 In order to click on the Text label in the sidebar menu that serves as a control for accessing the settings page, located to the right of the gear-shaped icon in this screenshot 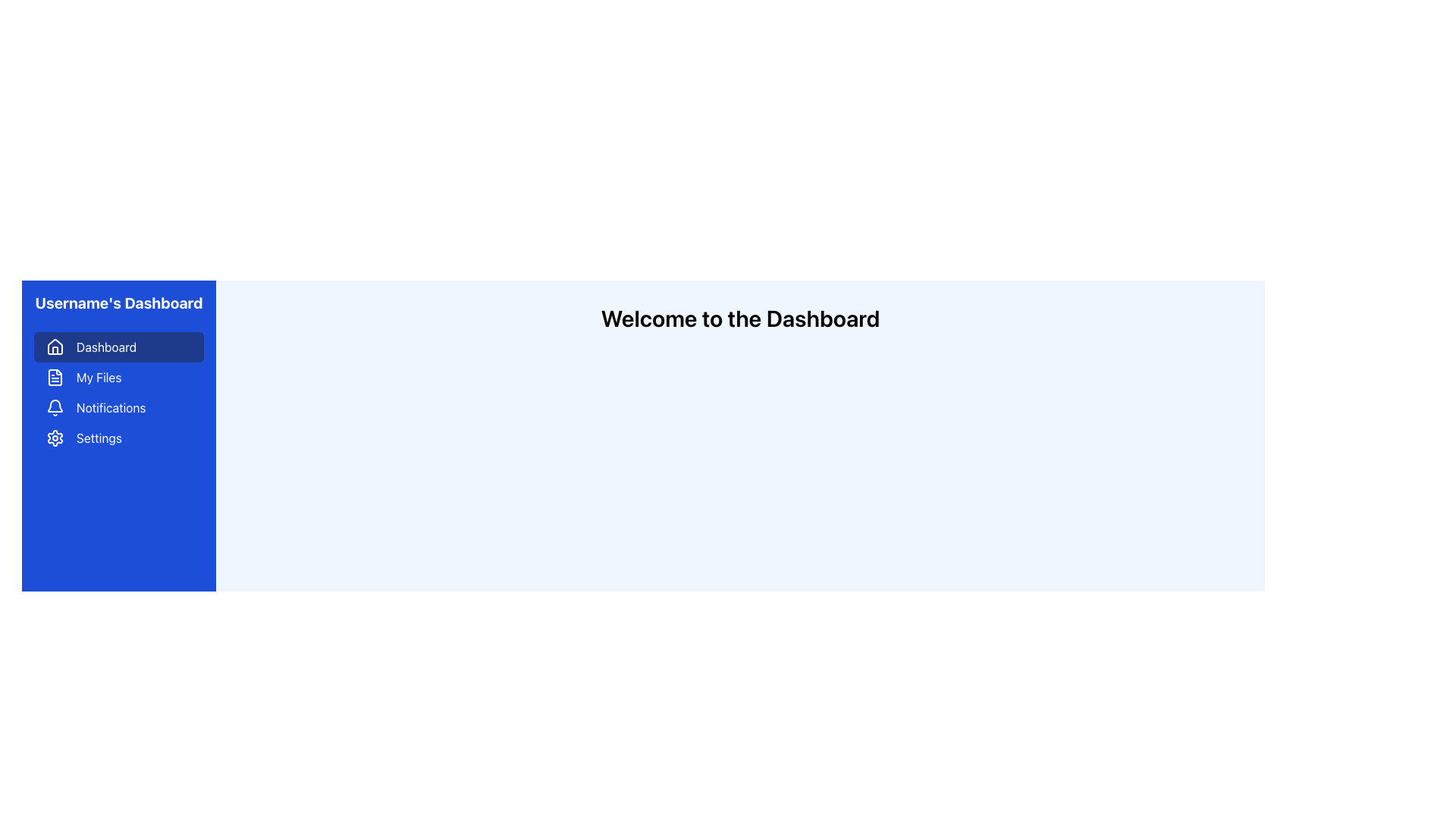, I will do `click(98, 438)`.